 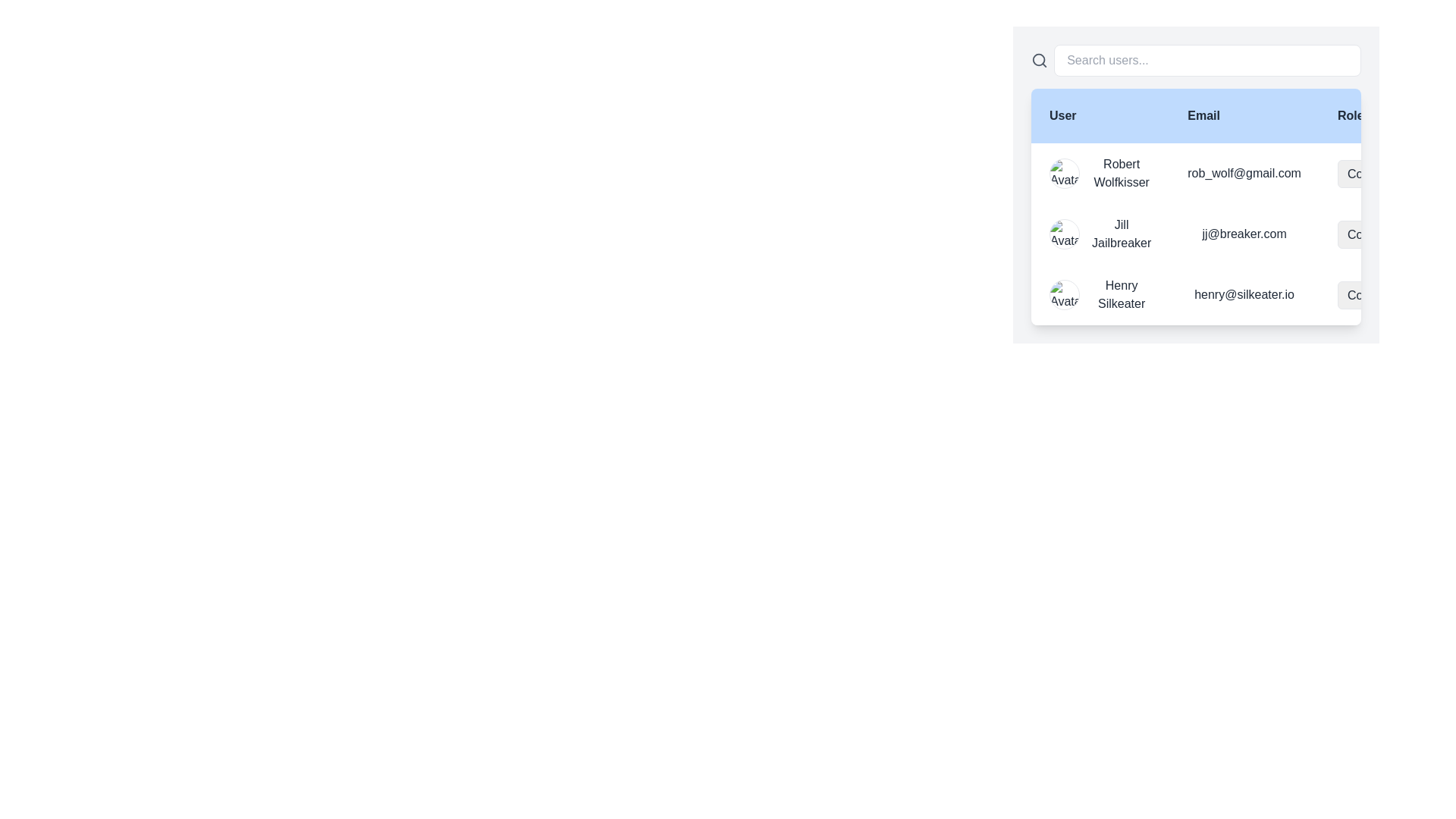 I want to click on the text label displaying 'Jill Jailbreaker', which is the second entry in the user list aligned to the right of the avatar image, so click(x=1122, y=234).